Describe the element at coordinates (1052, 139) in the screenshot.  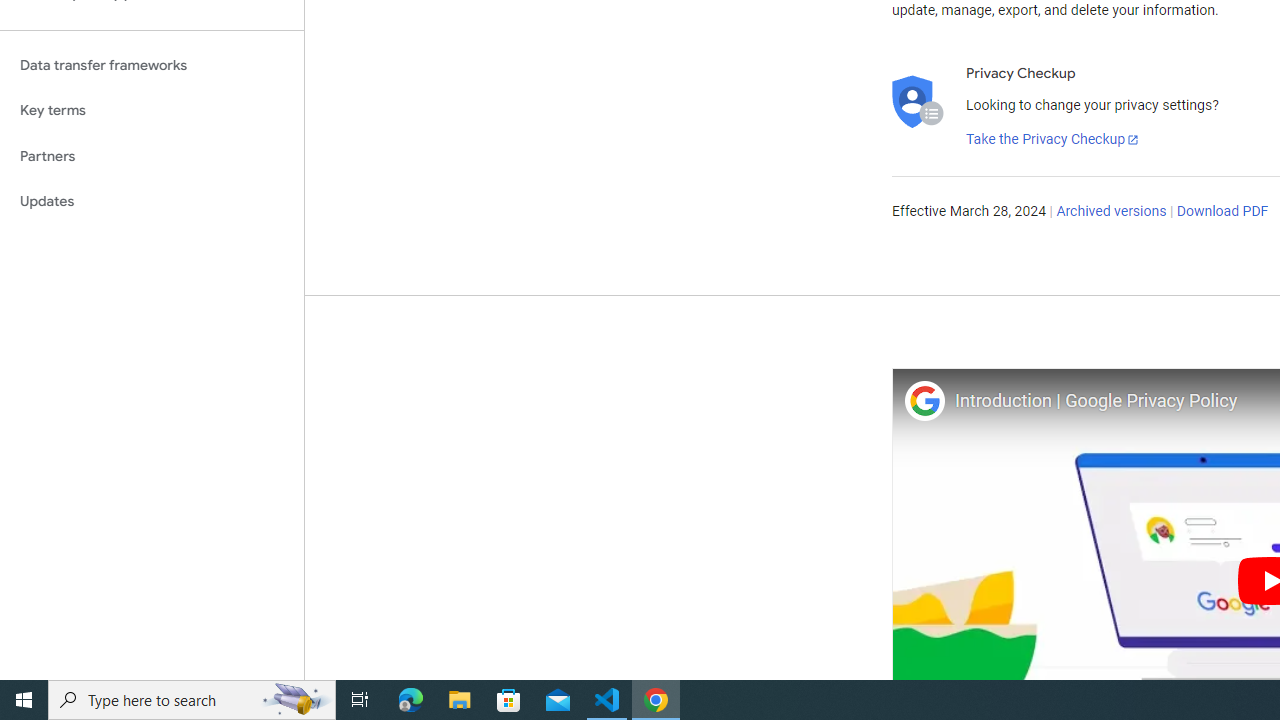
I see `'Take the Privacy Checkup'` at that location.